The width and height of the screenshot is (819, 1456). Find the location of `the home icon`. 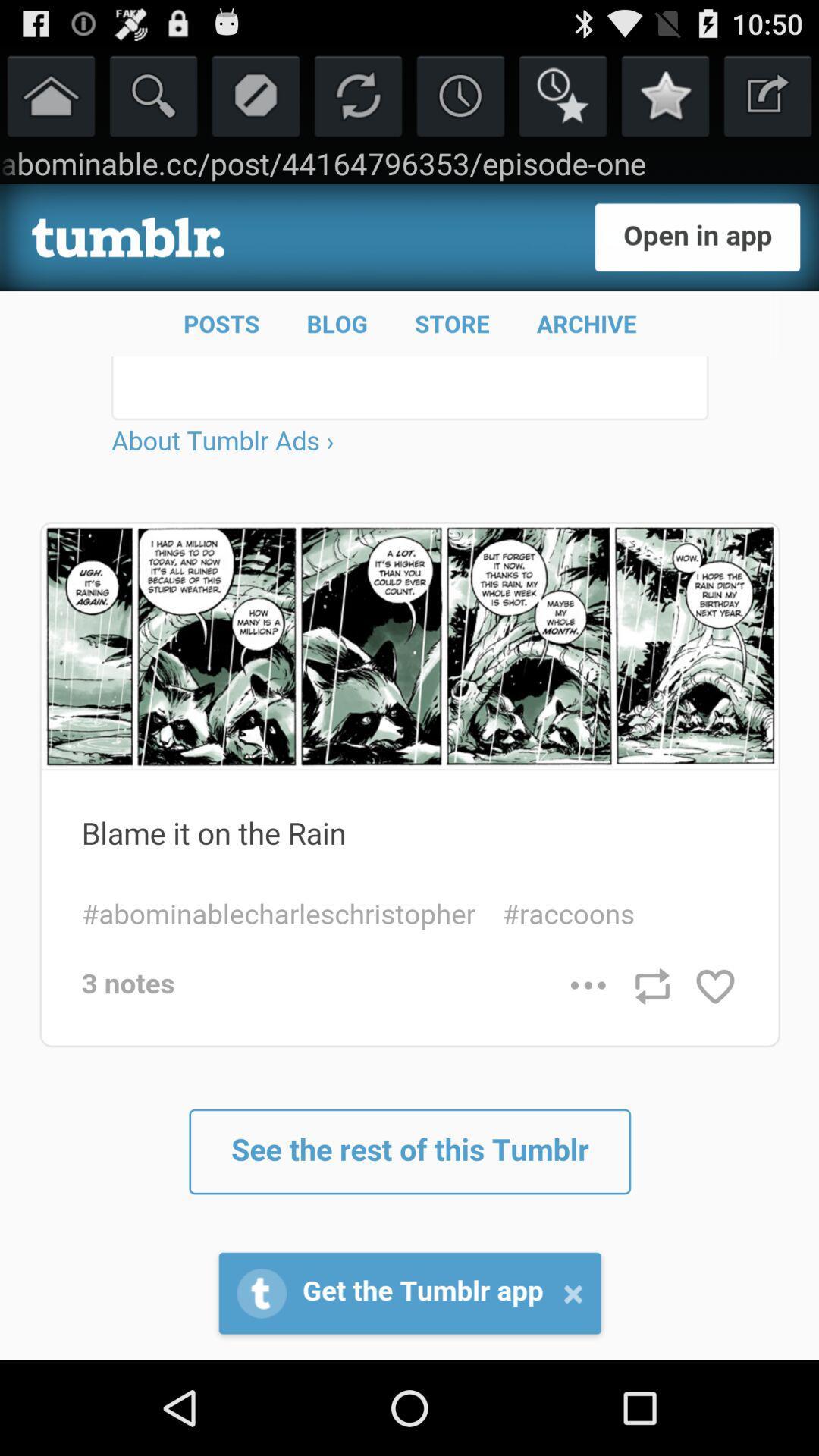

the home icon is located at coordinates (50, 101).